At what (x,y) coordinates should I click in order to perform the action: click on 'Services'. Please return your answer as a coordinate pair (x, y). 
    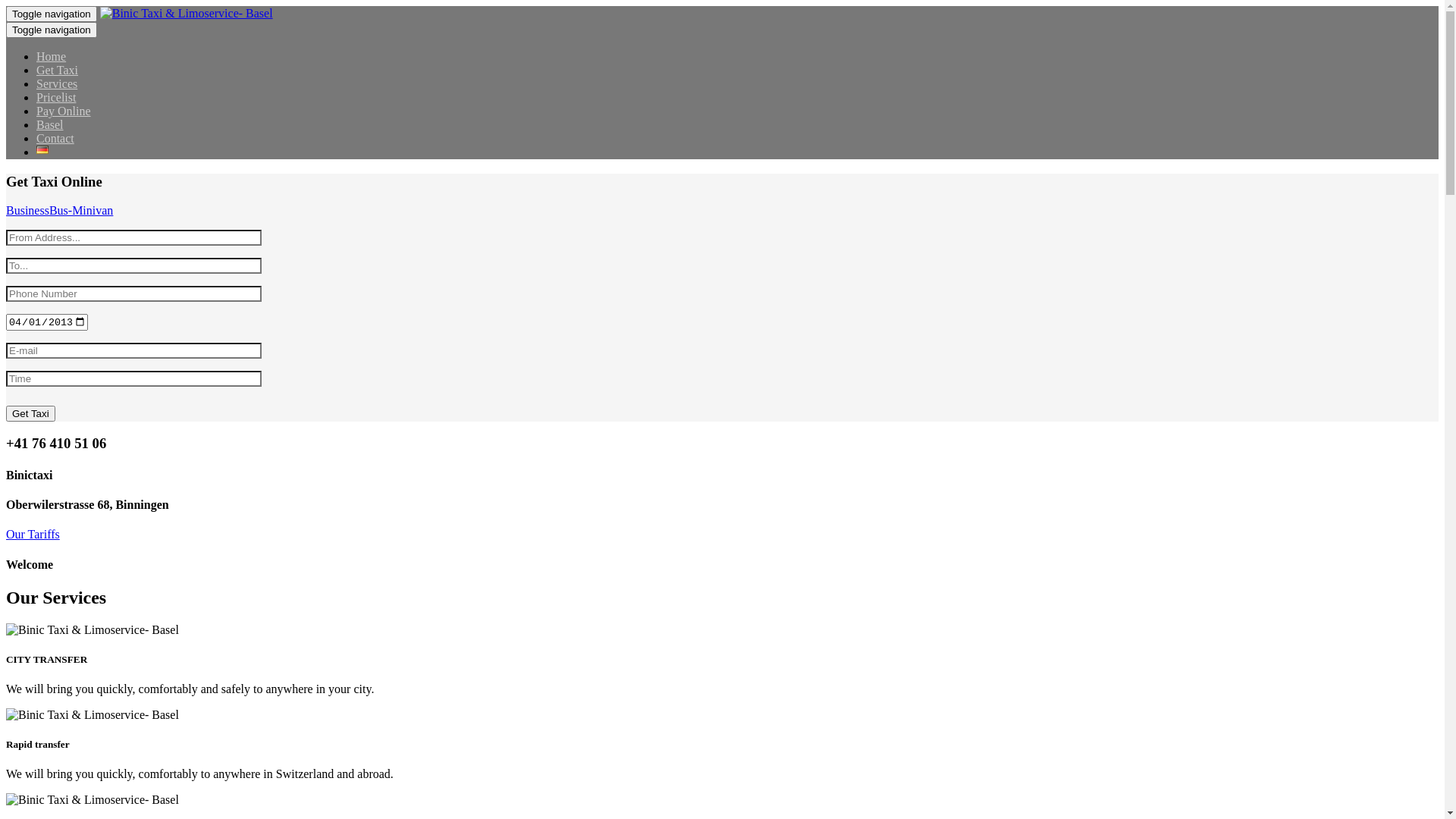
    Looking at the image, I should click on (57, 83).